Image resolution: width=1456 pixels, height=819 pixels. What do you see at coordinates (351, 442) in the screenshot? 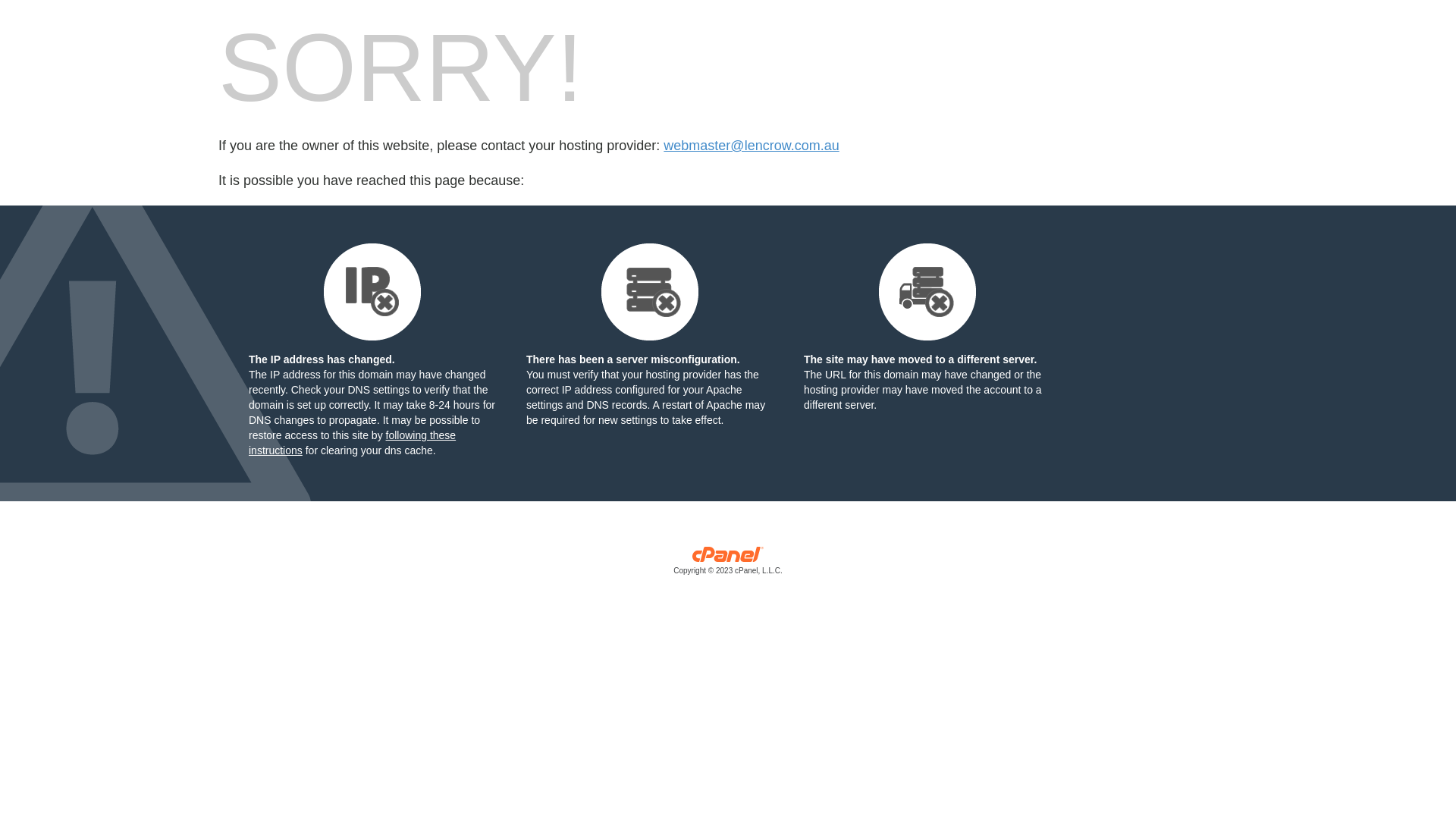
I see `'following these instructions'` at bounding box center [351, 442].